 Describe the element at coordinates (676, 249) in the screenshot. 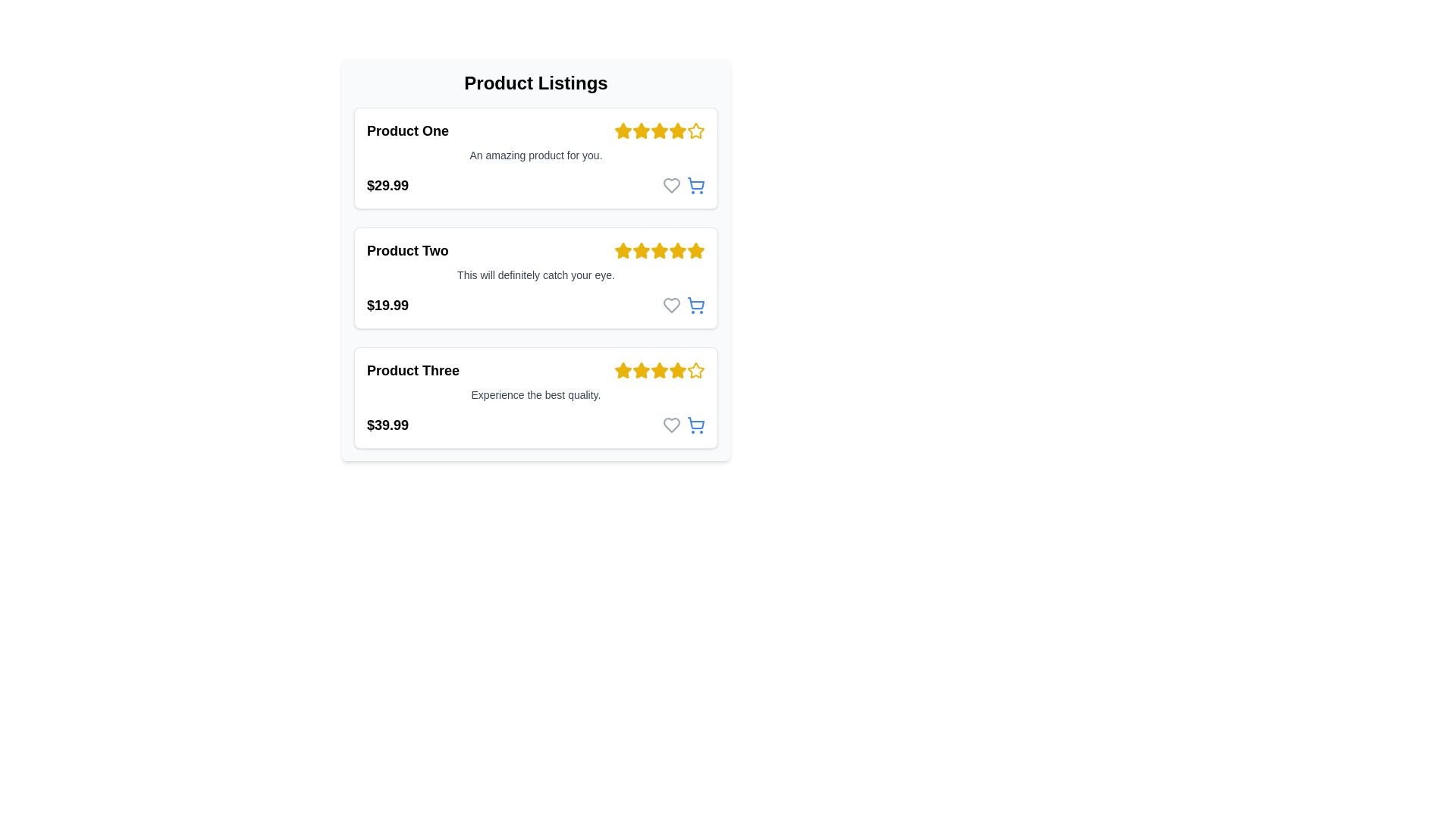

I see `the fourth golden yellow star icon in the rating system of the second product card` at that location.